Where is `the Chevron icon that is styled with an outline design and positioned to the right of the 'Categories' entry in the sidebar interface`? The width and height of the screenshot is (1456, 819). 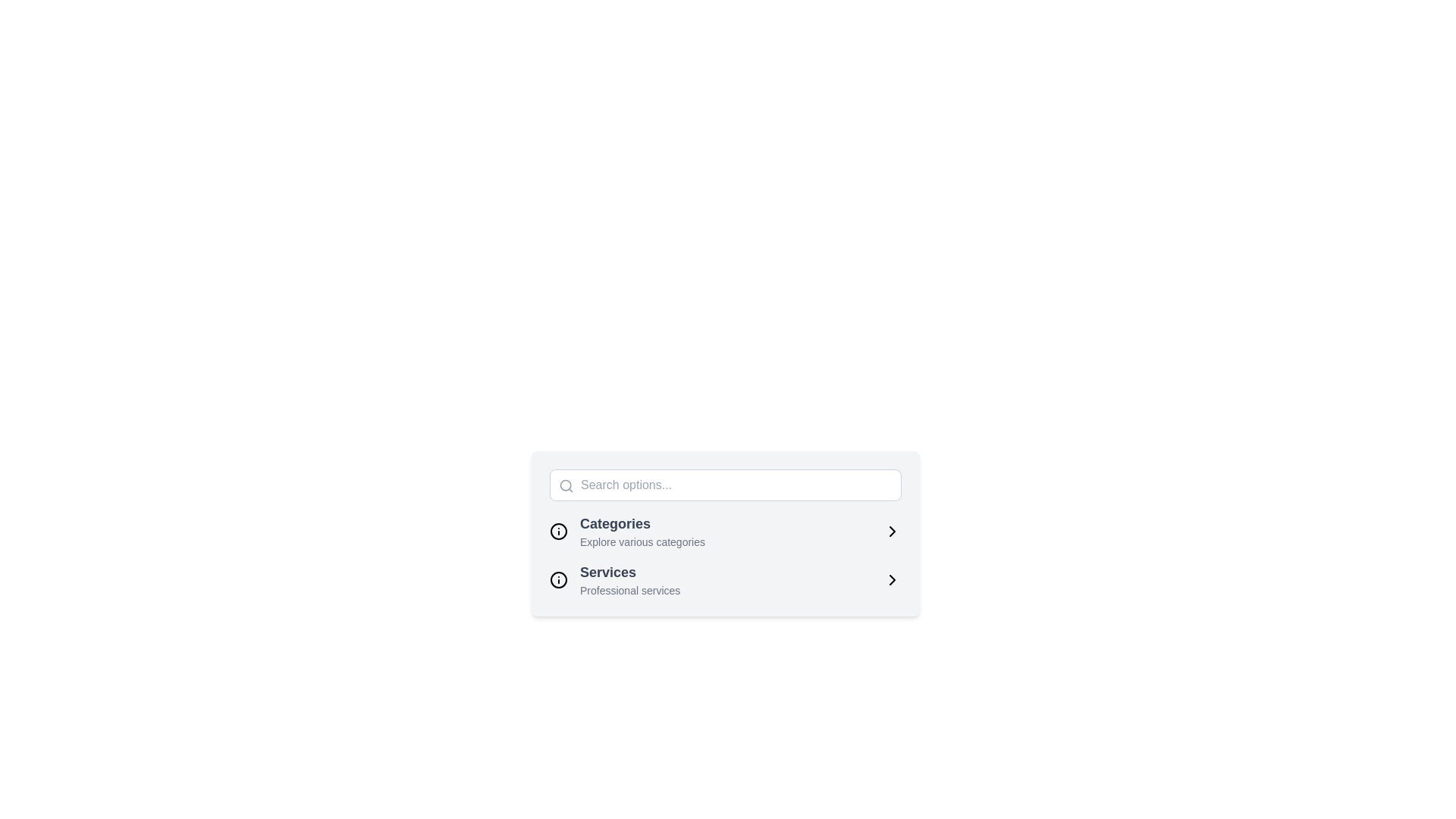 the Chevron icon that is styled with an outline design and positioned to the right of the 'Categories' entry in the sidebar interface is located at coordinates (892, 531).